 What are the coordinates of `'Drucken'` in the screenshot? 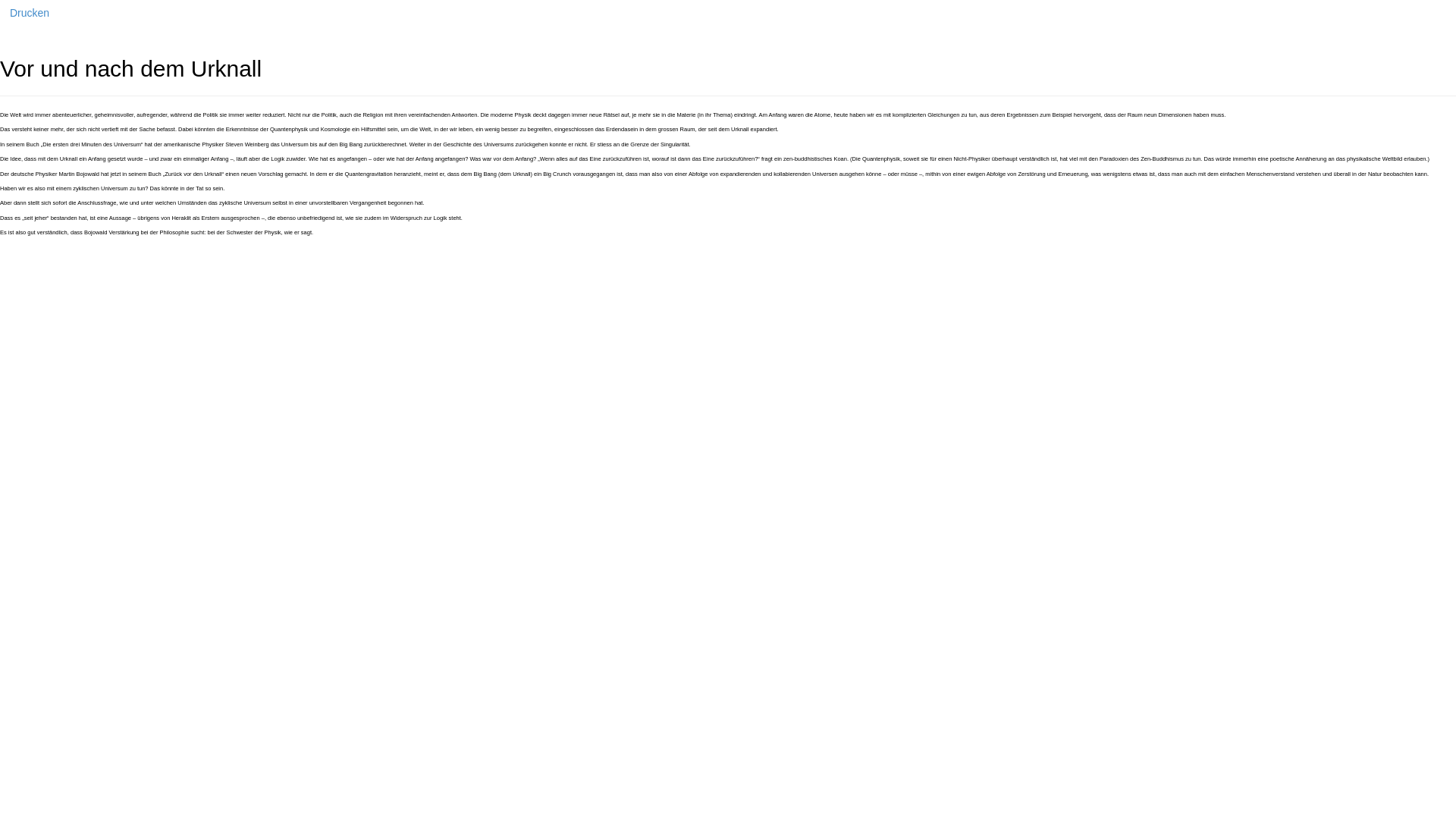 It's located at (29, 12).